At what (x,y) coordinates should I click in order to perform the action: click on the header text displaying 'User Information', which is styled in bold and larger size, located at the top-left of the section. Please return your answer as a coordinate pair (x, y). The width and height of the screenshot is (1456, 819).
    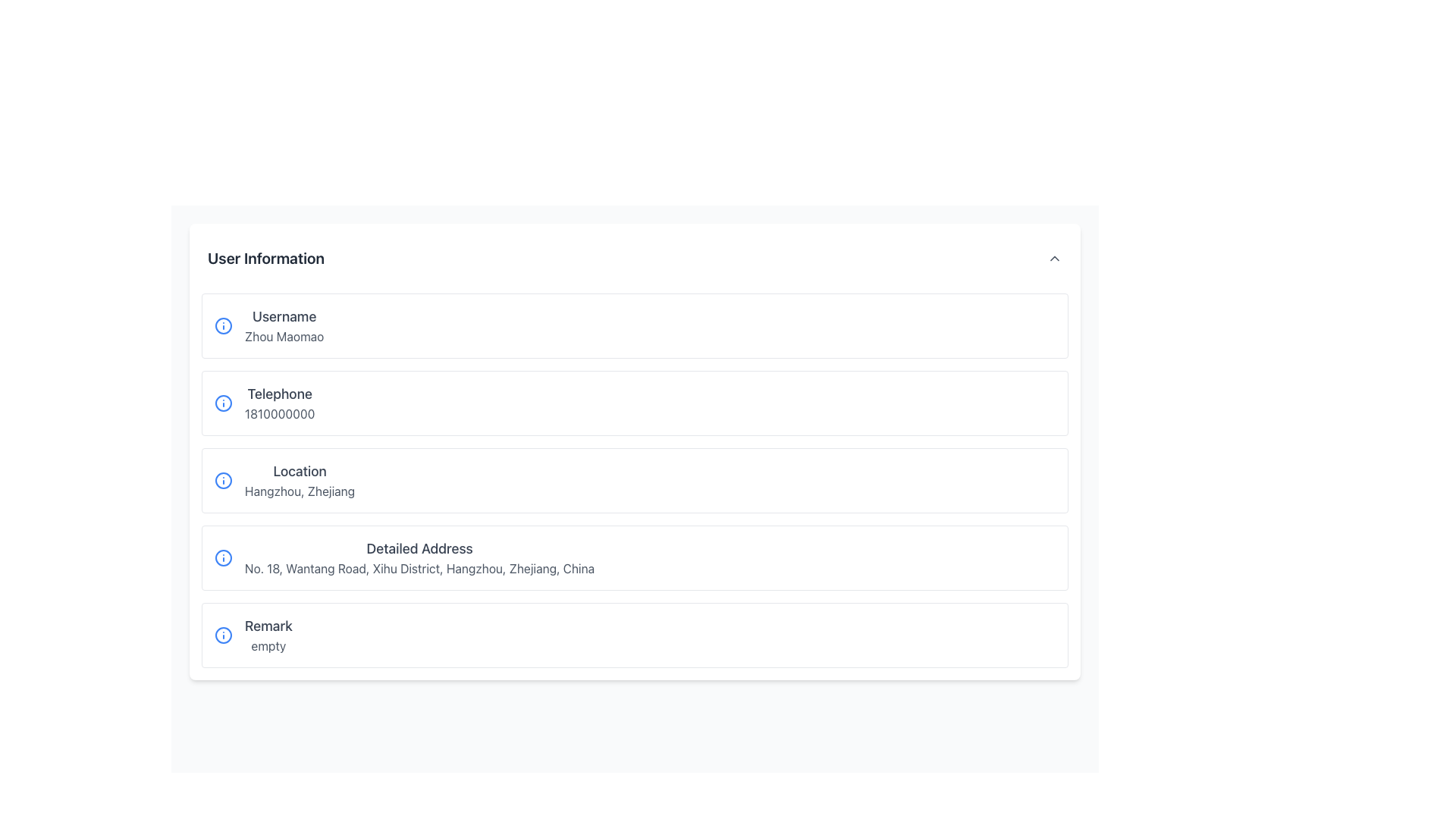
    Looking at the image, I should click on (265, 257).